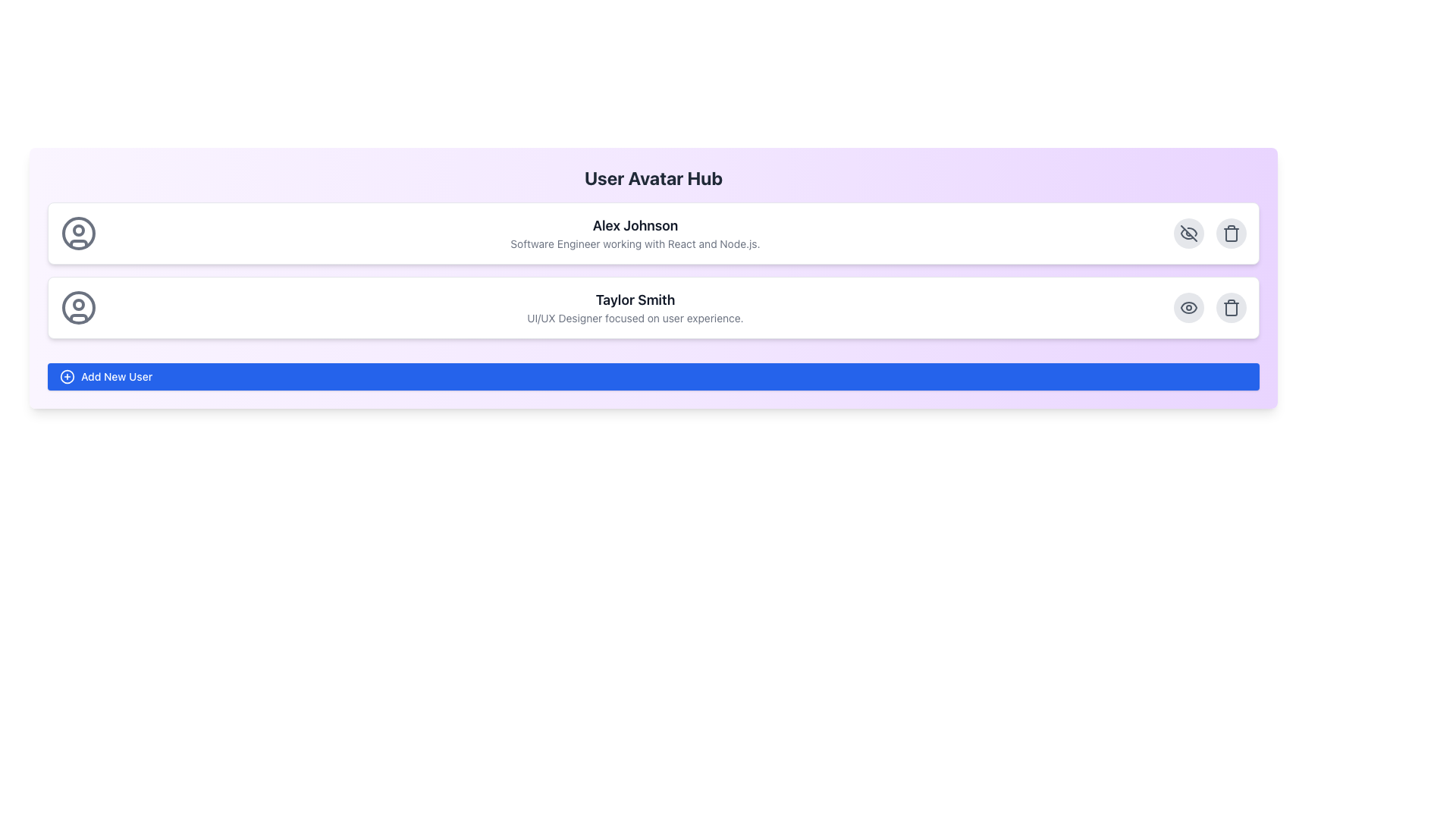  What do you see at coordinates (1231, 307) in the screenshot?
I see `the delete action icon located at the far right of the second user entry in the list, which is the third icon from the left in the horizontal arrangement of action icons` at bounding box center [1231, 307].